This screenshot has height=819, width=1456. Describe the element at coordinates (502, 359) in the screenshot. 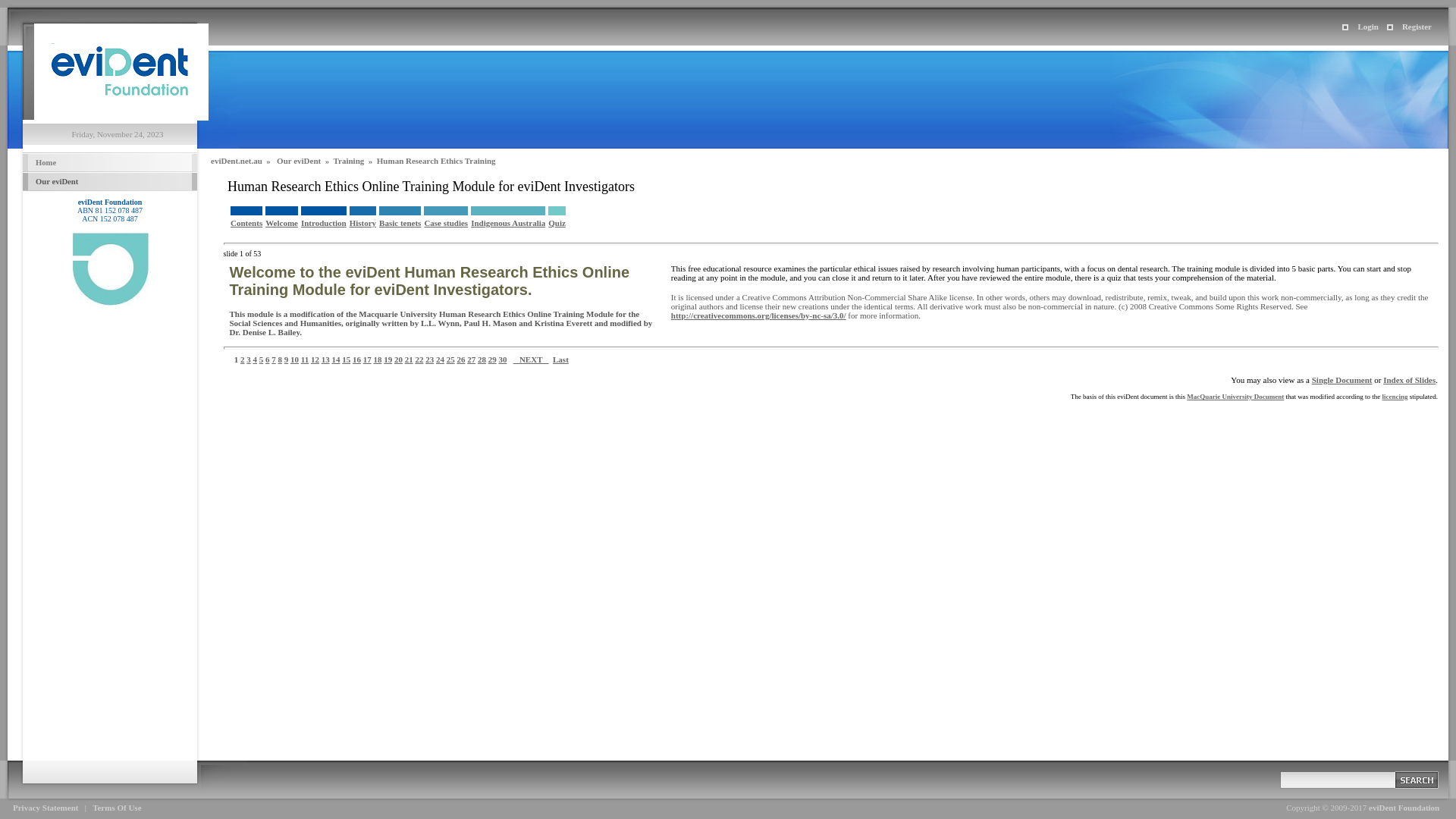

I see `'30'` at that location.